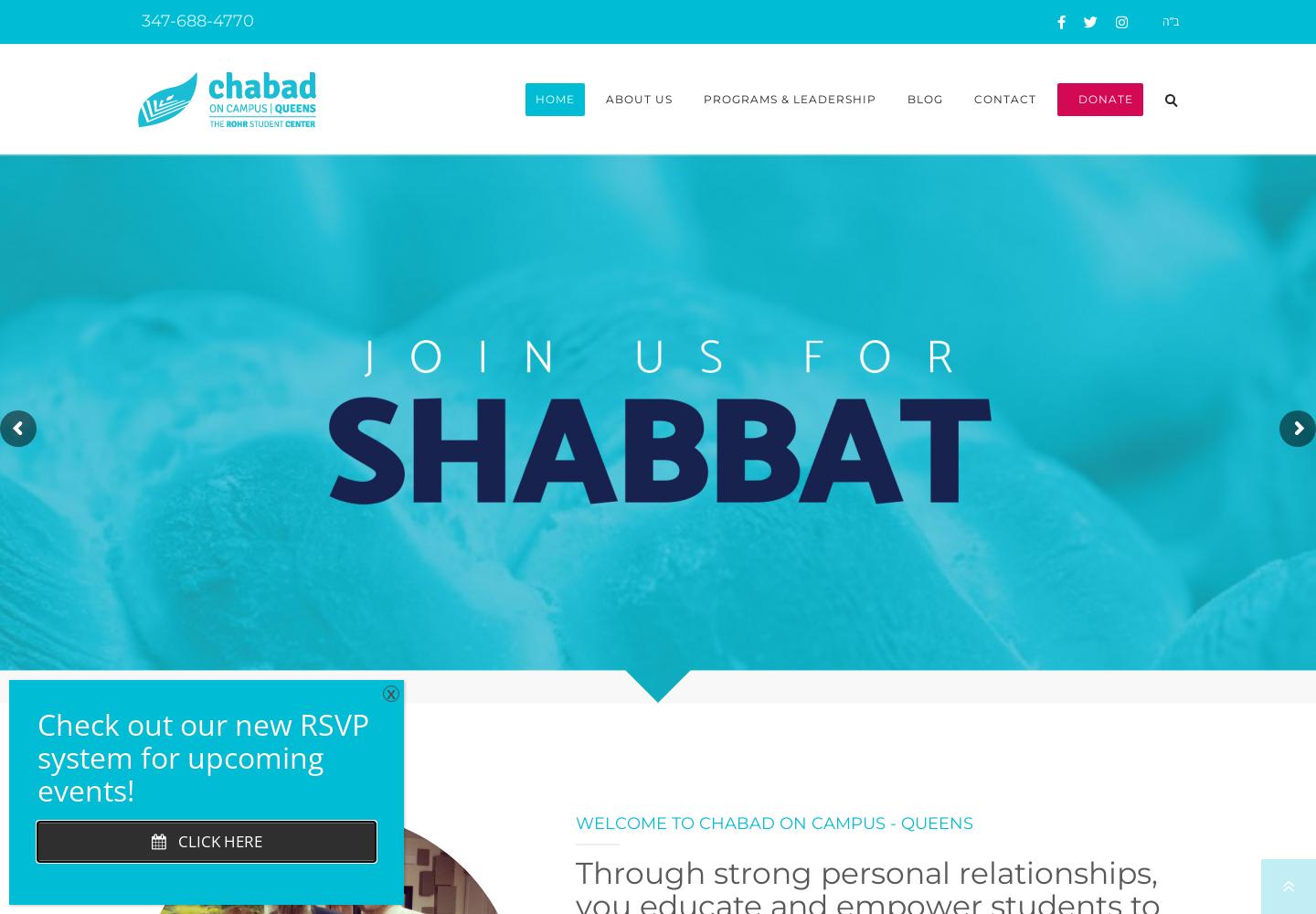  Describe the element at coordinates (773, 824) in the screenshot. I see `'WELCOME TO CHABAD ON CAMPUS - QUEENS'` at that location.